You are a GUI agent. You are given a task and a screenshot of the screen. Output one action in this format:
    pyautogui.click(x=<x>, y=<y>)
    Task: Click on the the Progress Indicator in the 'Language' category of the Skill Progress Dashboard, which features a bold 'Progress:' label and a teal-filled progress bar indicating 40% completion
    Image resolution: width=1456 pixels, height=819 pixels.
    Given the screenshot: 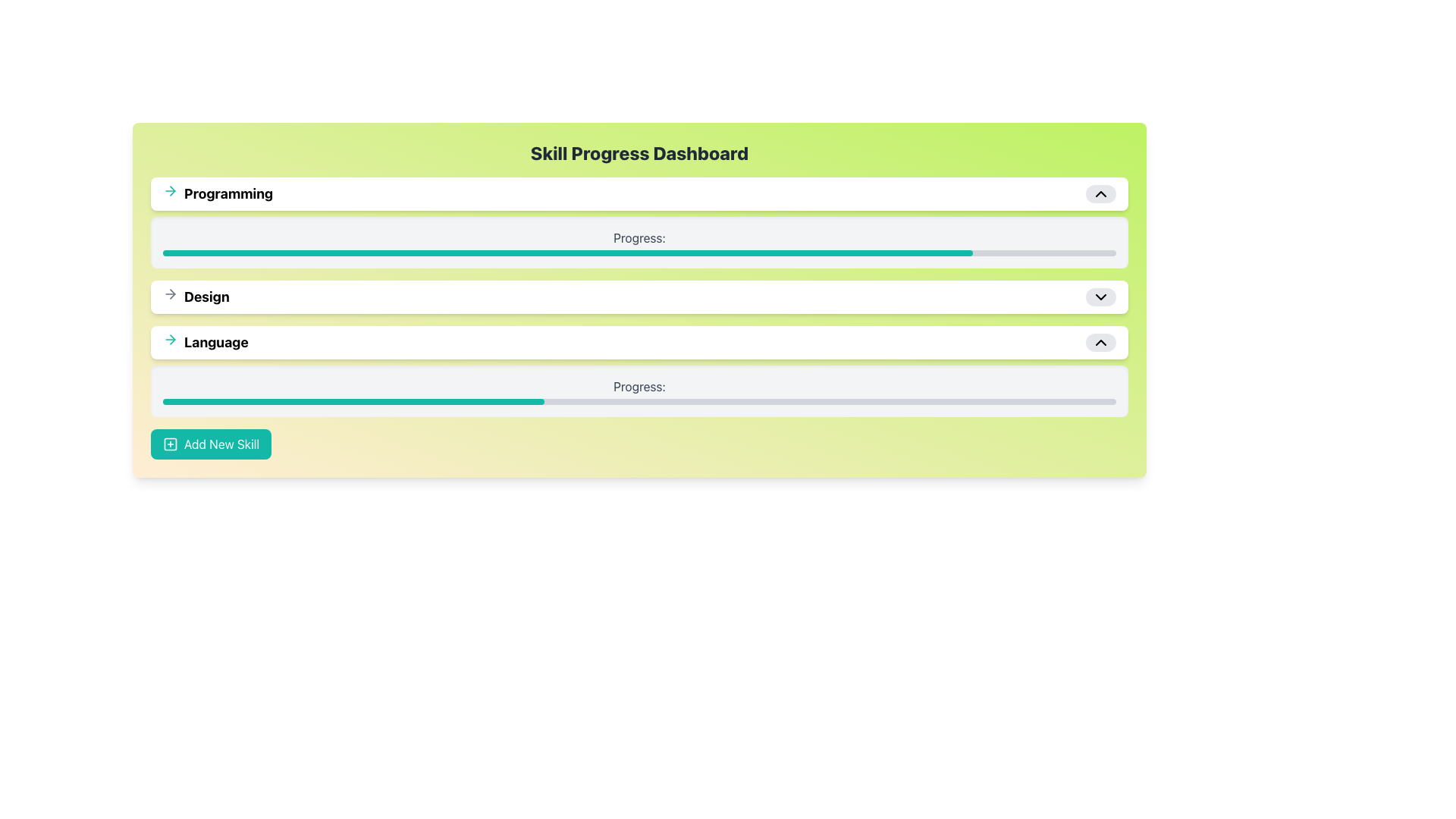 What is the action you would take?
    pyautogui.click(x=639, y=391)
    